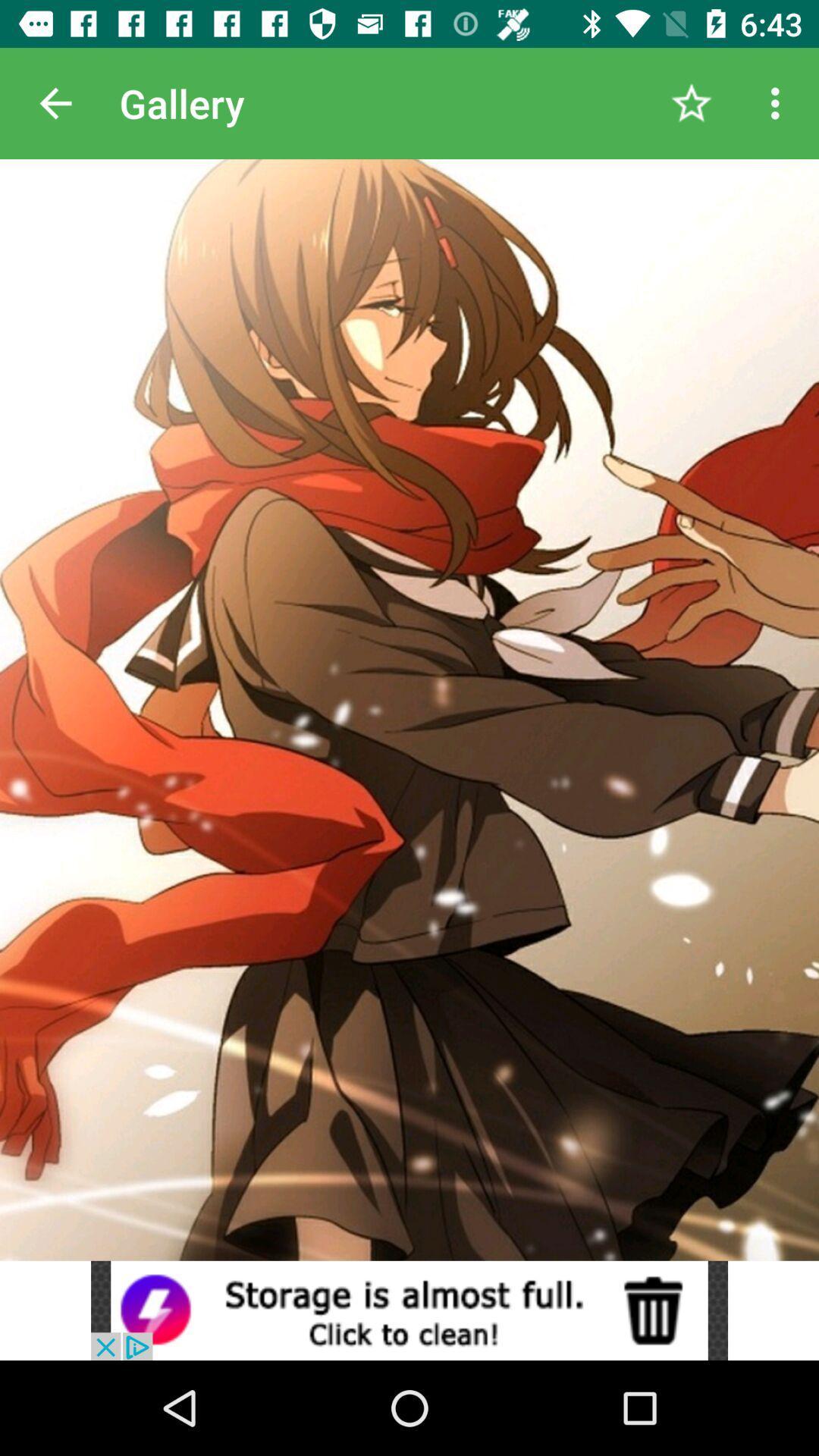 This screenshot has width=819, height=1456. I want to click on this is an advertisement, so click(409, 1310).